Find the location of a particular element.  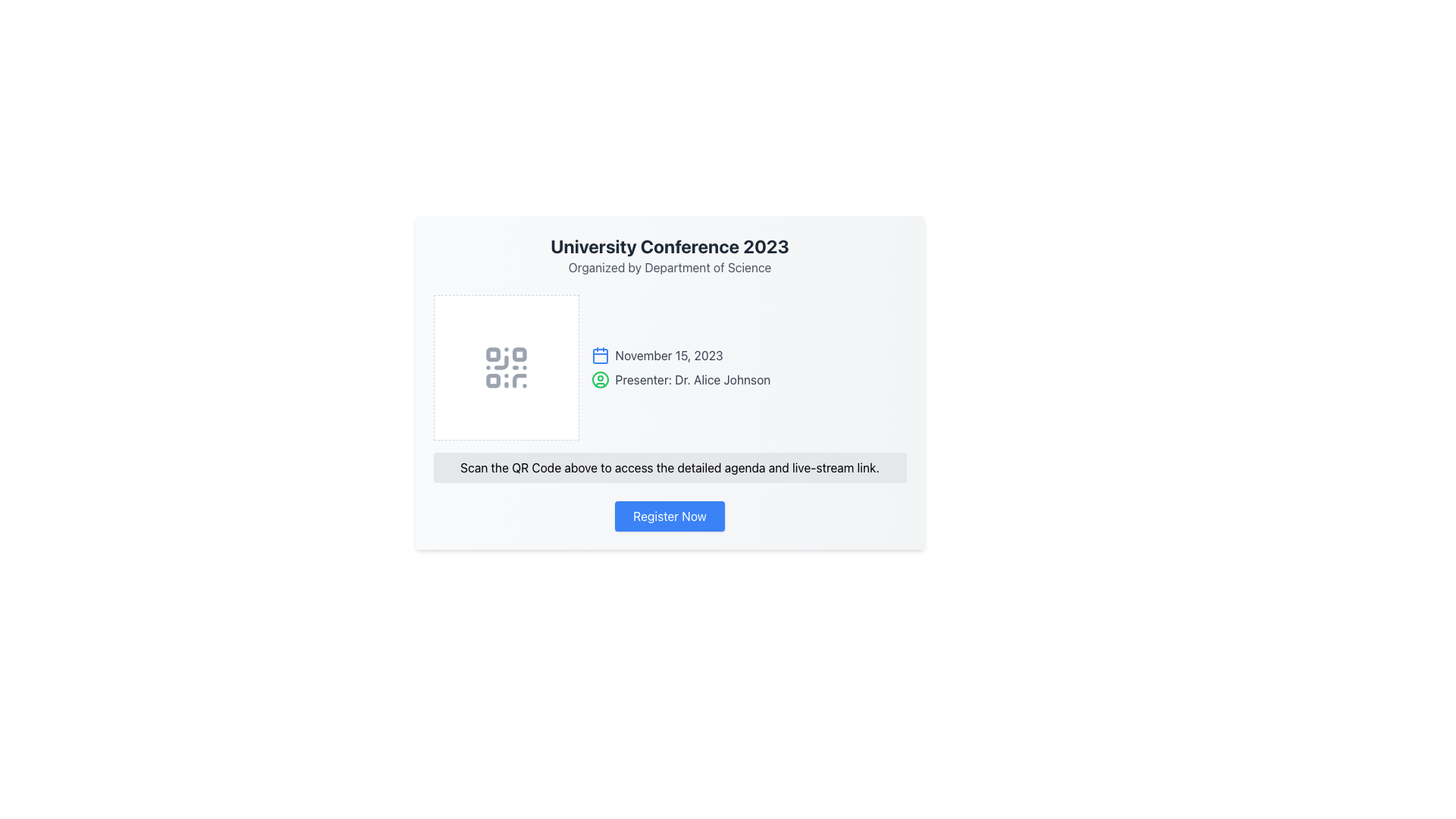

the calendar icon segment, which is a rounded rectangle located next to the text 'November 15, 2023' and above the presenter information is located at coordinates (599, 356).